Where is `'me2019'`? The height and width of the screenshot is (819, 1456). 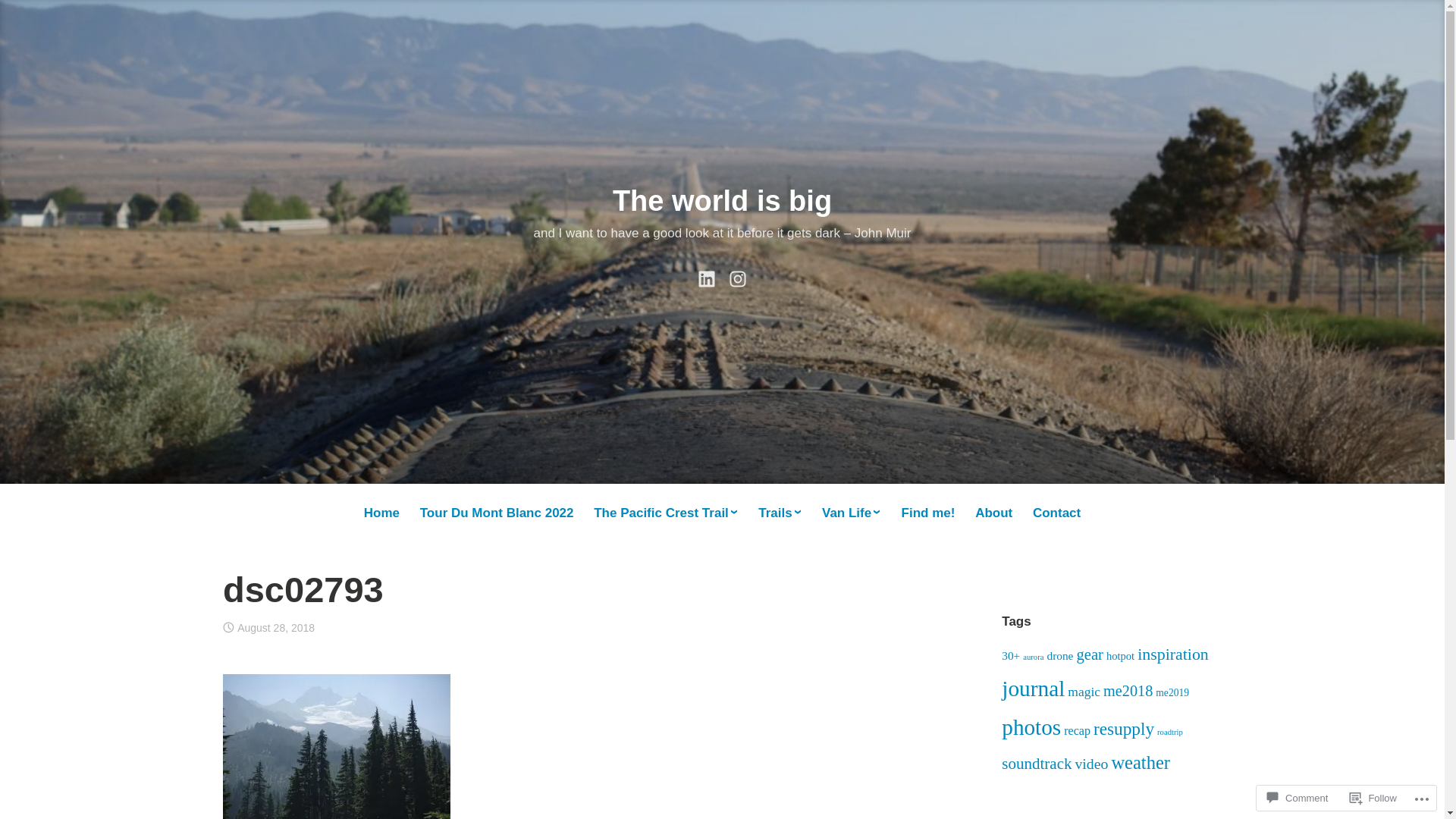
'me2019' is located at coordinates (1171, 692).